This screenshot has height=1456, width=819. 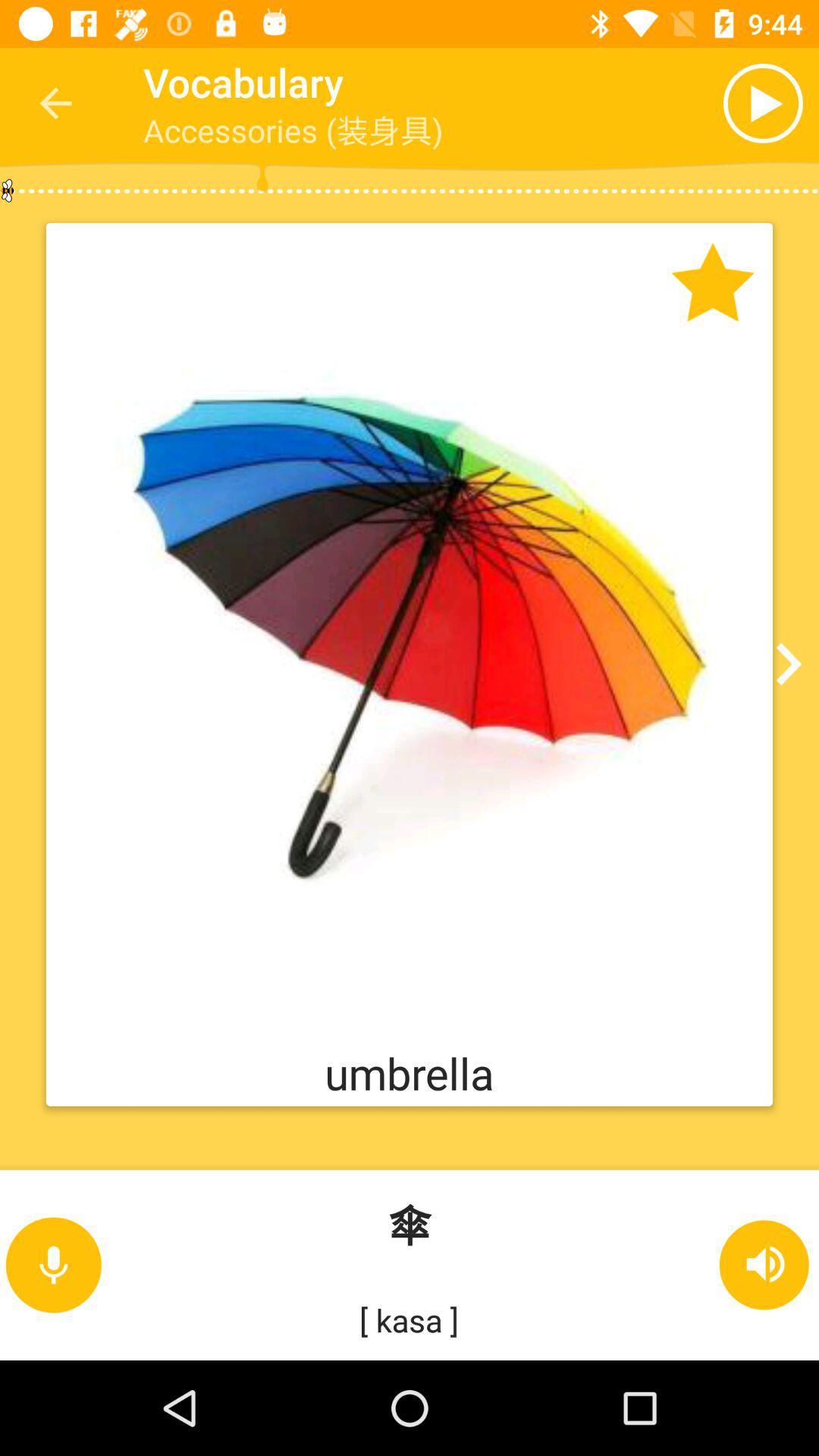 I want to click on the microphone icon, so click(x=52, y=1265).